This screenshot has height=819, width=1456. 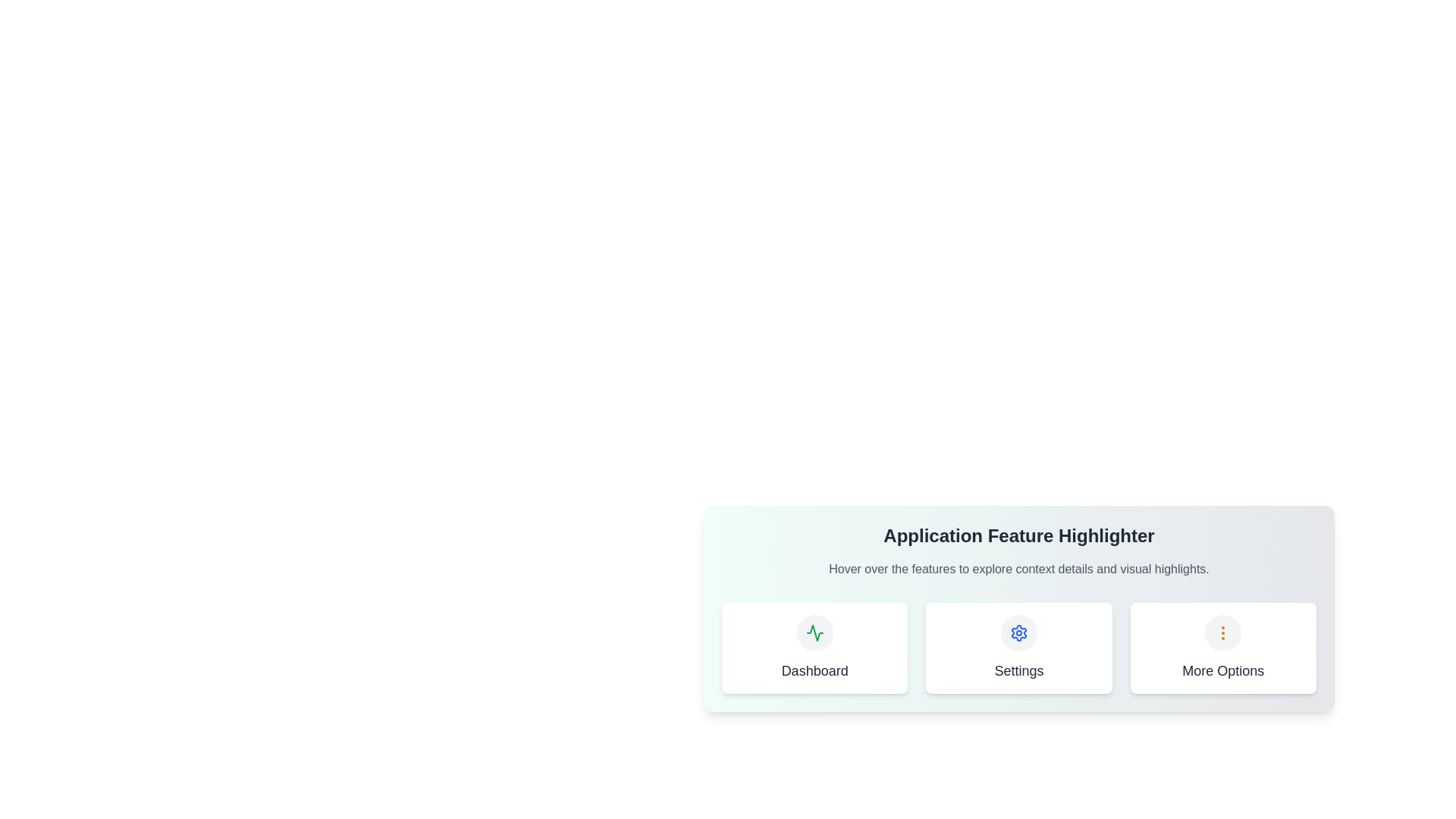 What do you see at coordinates (1223, 632) in the screenshot?
I see `the circular icon with a light gray background and a yellow vertical ellipsis located at the top of the 'More Options' card, which is the third item in a row of cards` at bounding box center [1223, 632].